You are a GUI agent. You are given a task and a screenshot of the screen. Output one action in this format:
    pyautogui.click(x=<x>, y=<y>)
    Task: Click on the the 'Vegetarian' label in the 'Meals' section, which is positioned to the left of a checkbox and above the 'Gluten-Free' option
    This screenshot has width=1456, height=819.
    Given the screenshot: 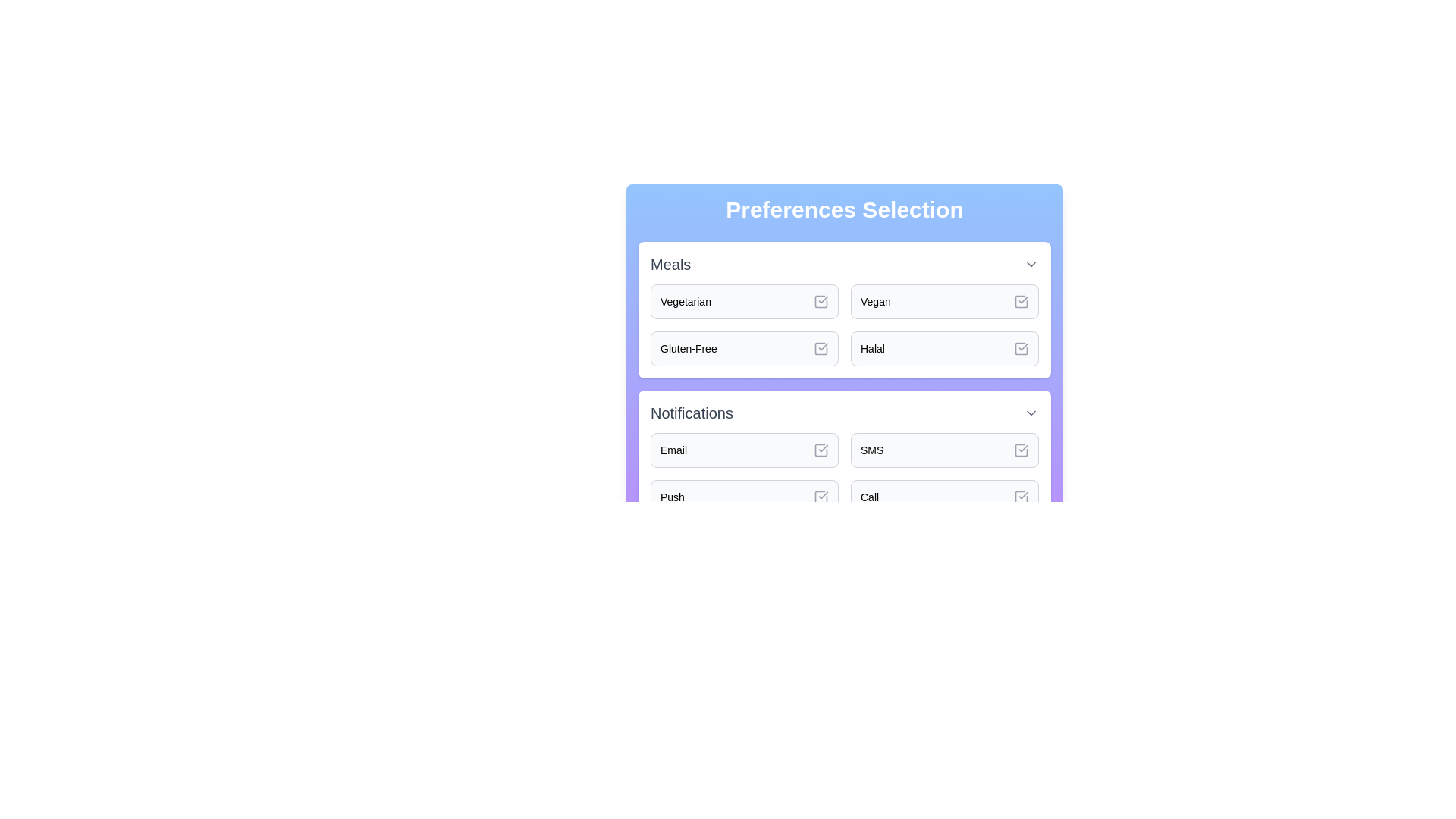 What is the action you would take?
    pyautogui.click(x=685, y=301)
    